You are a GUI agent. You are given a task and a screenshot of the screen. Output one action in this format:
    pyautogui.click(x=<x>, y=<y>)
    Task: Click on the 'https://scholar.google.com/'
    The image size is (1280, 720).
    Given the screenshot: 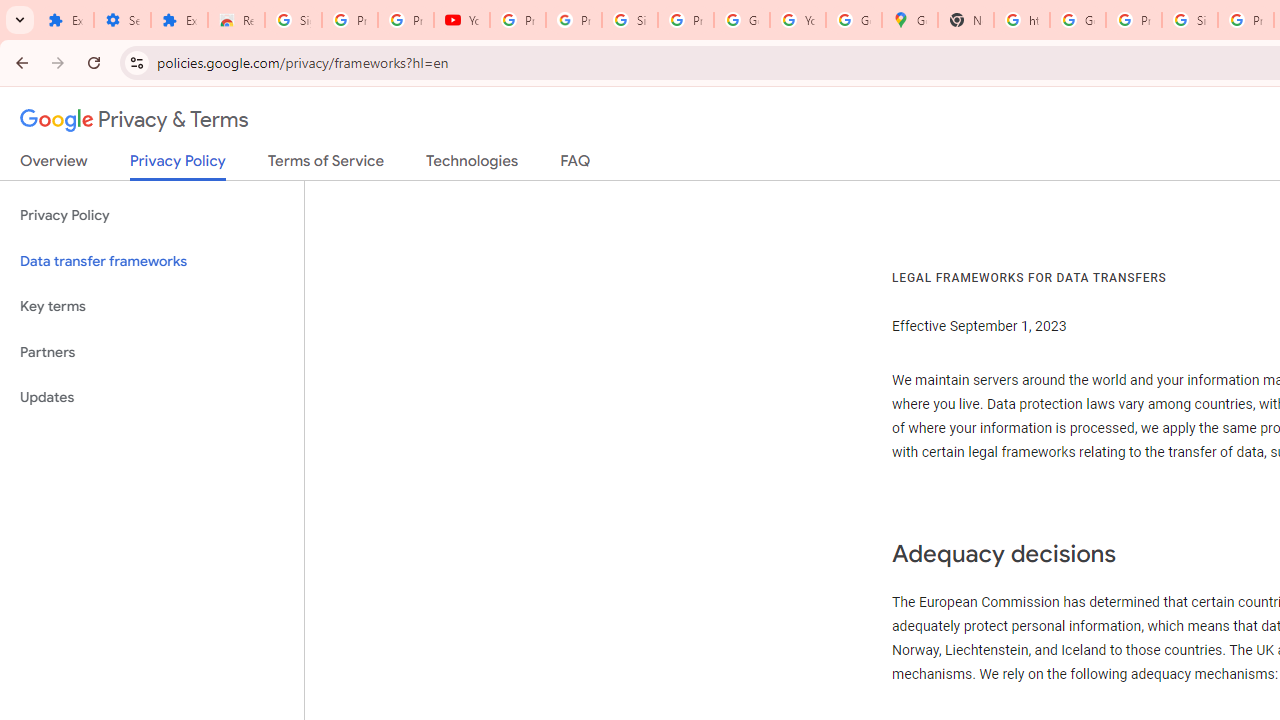 What is the action you would take?
    pyautogui.click(x=1022, y=20)
    